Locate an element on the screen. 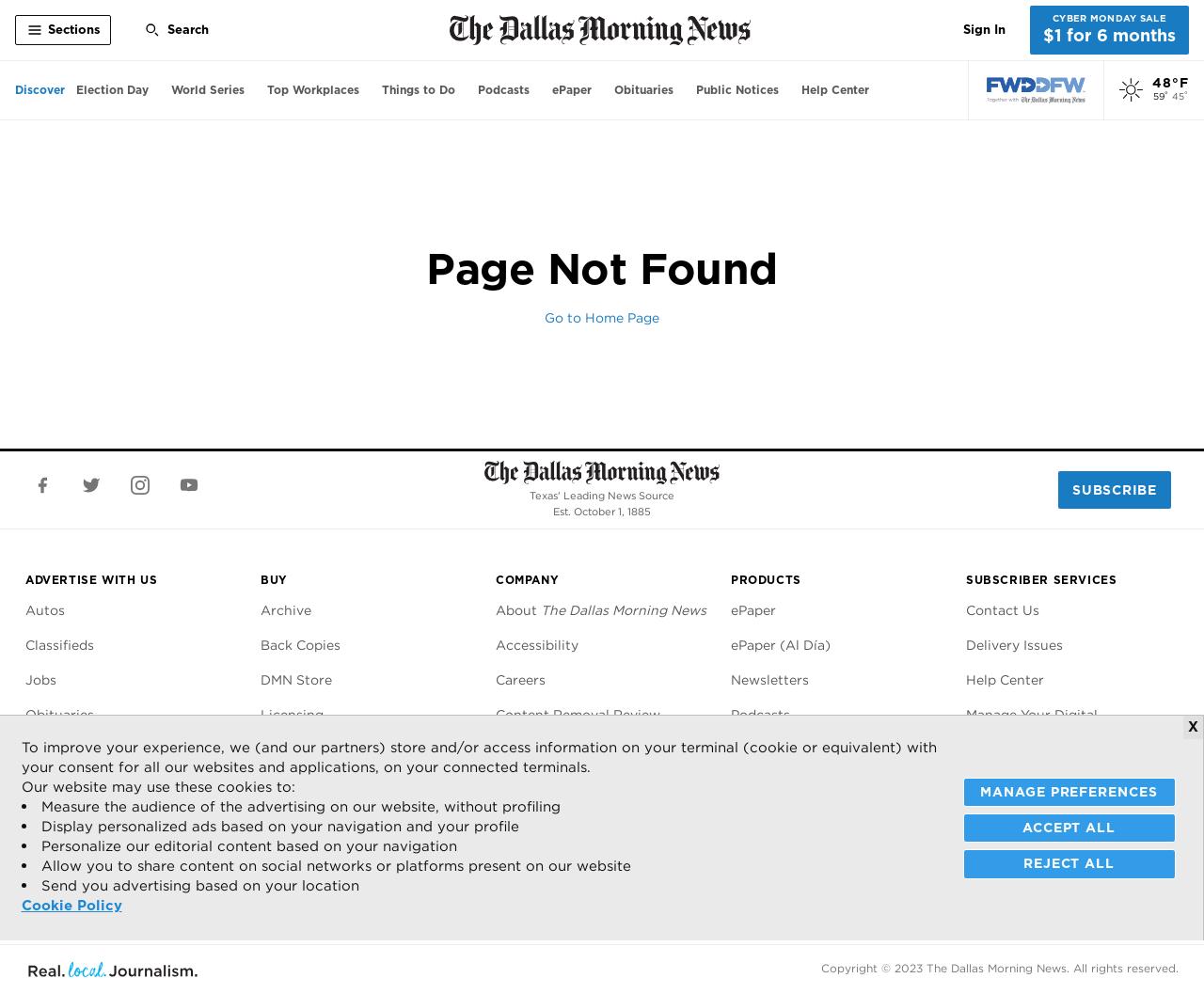 The width and height of the screenshot is (1204, 994). 'Help Center' is located at coordinates (1004, 678).